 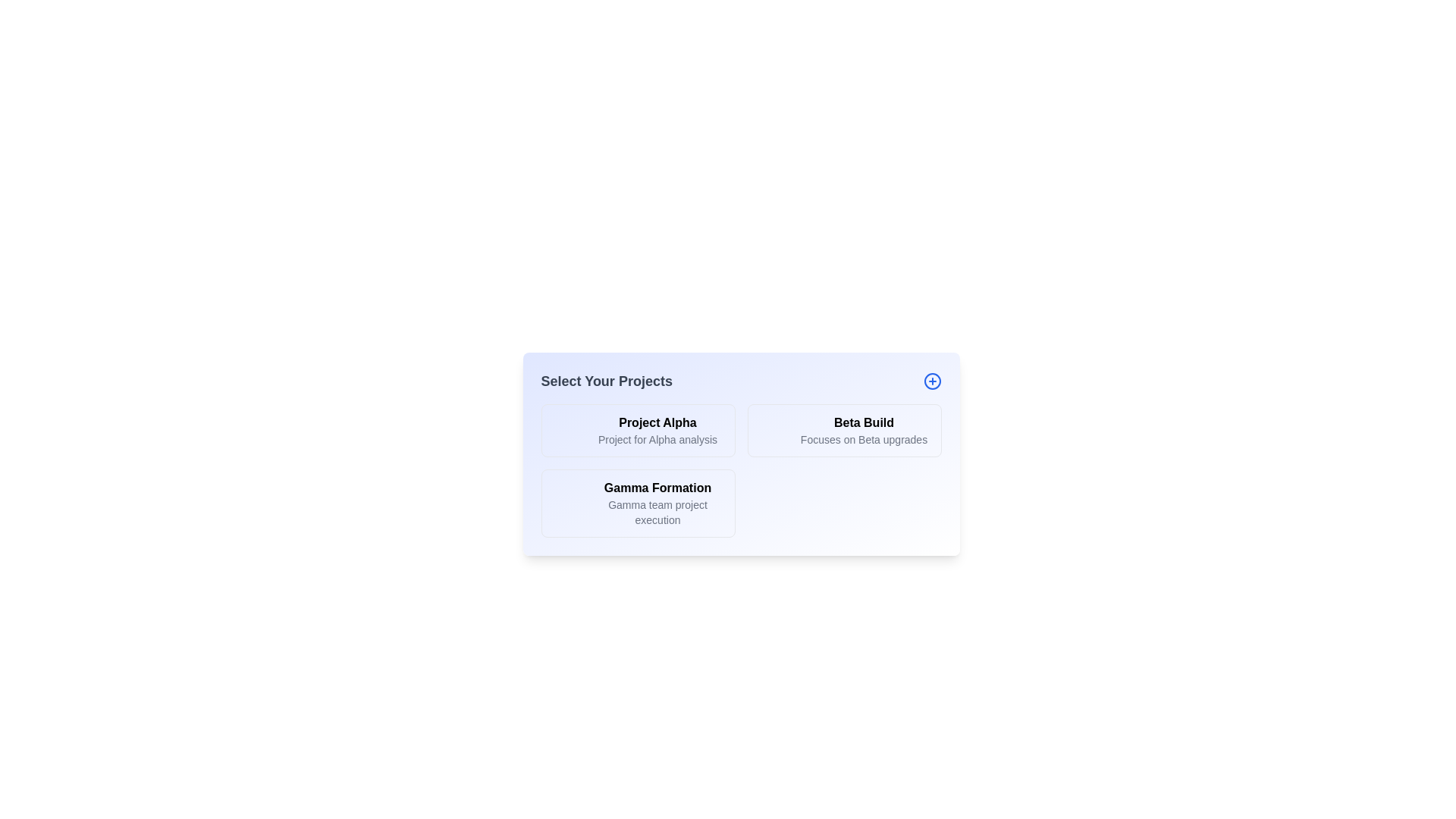 I want to click on the 'Add New' button located in the upper-right corner of the 'Select Your Projects' card, so click(x=931, y=380).